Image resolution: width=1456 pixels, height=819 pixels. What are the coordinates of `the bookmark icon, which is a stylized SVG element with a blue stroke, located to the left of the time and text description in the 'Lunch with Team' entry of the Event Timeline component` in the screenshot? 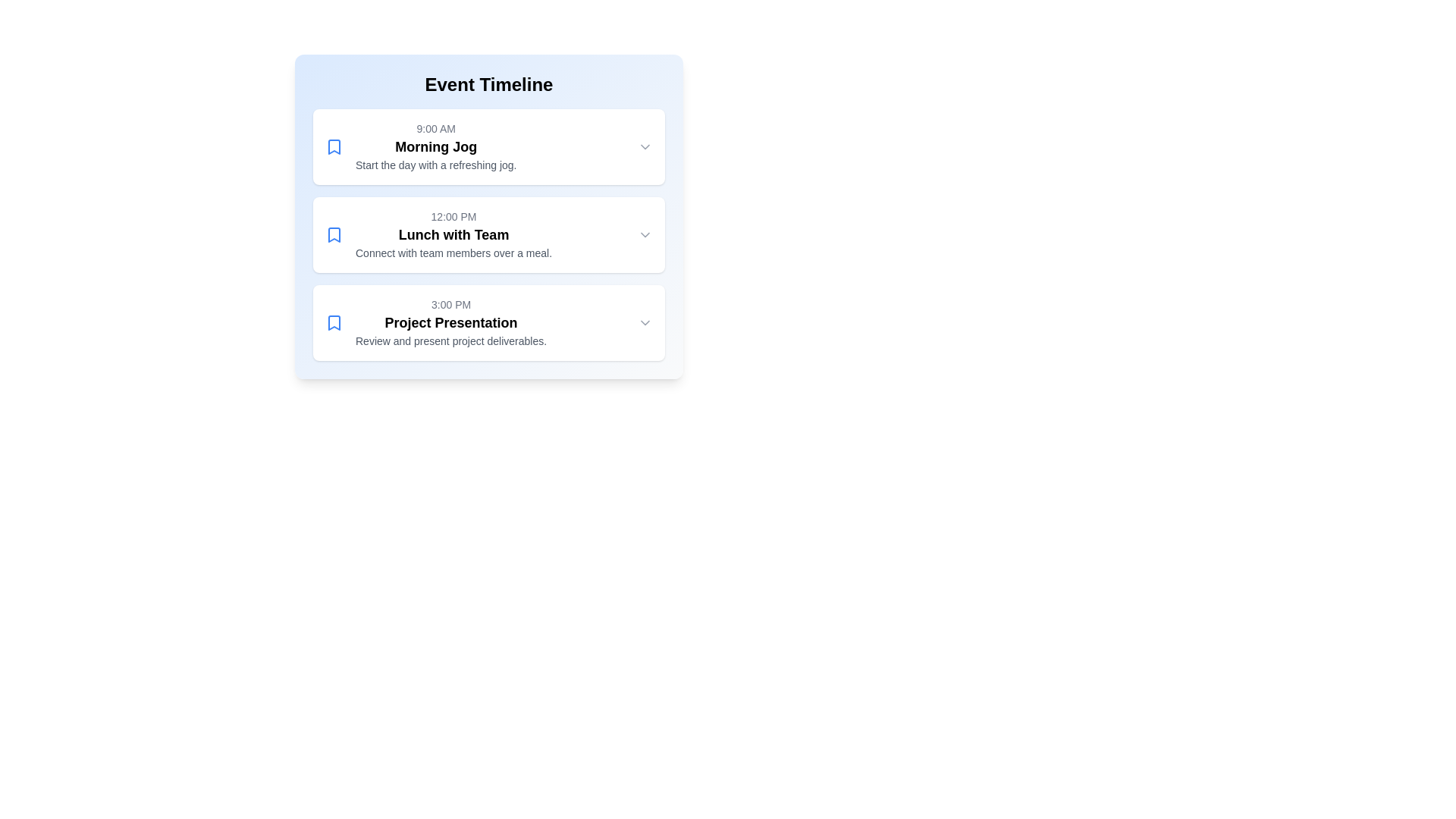 It's located at (334, 234).